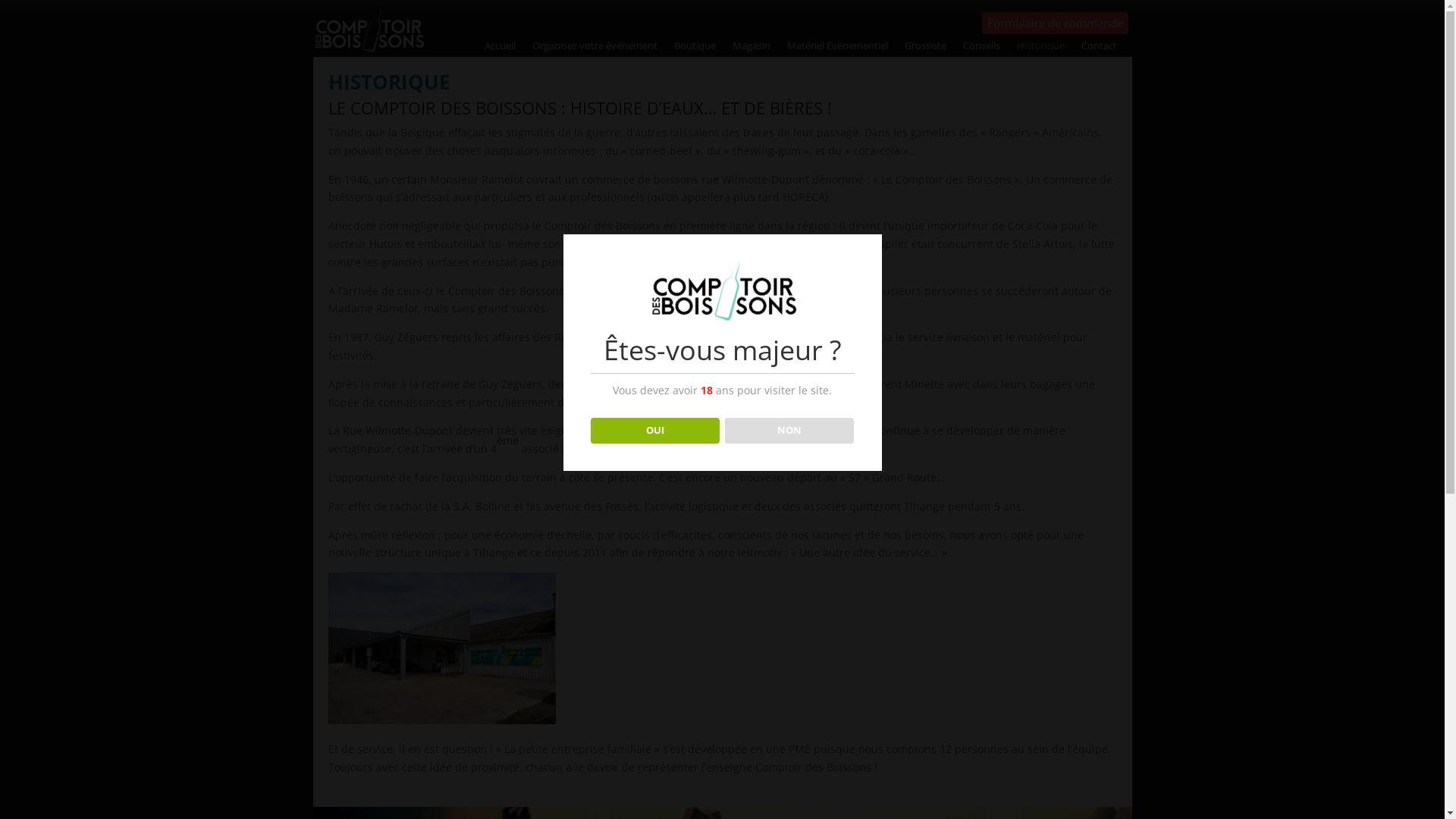  Describe the element at coordinates (589, 430) in the screenshot. I see `'OUI'` at that location.